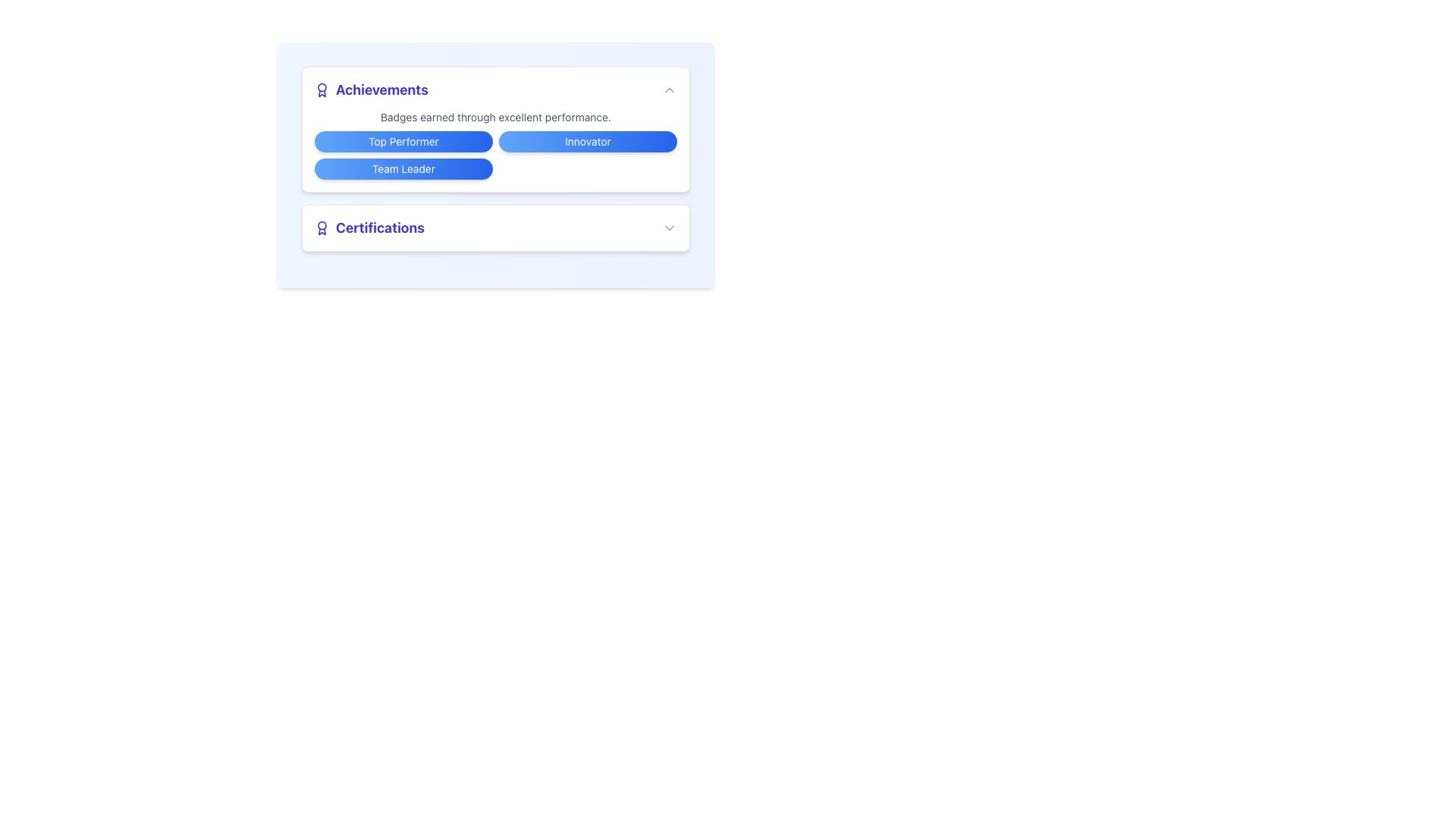  I want to click on the text label that reads 'Badges earned through excellent performance.' which is styled in gray and positioned at the top of the 'Achievements' section, so click(495, 116).